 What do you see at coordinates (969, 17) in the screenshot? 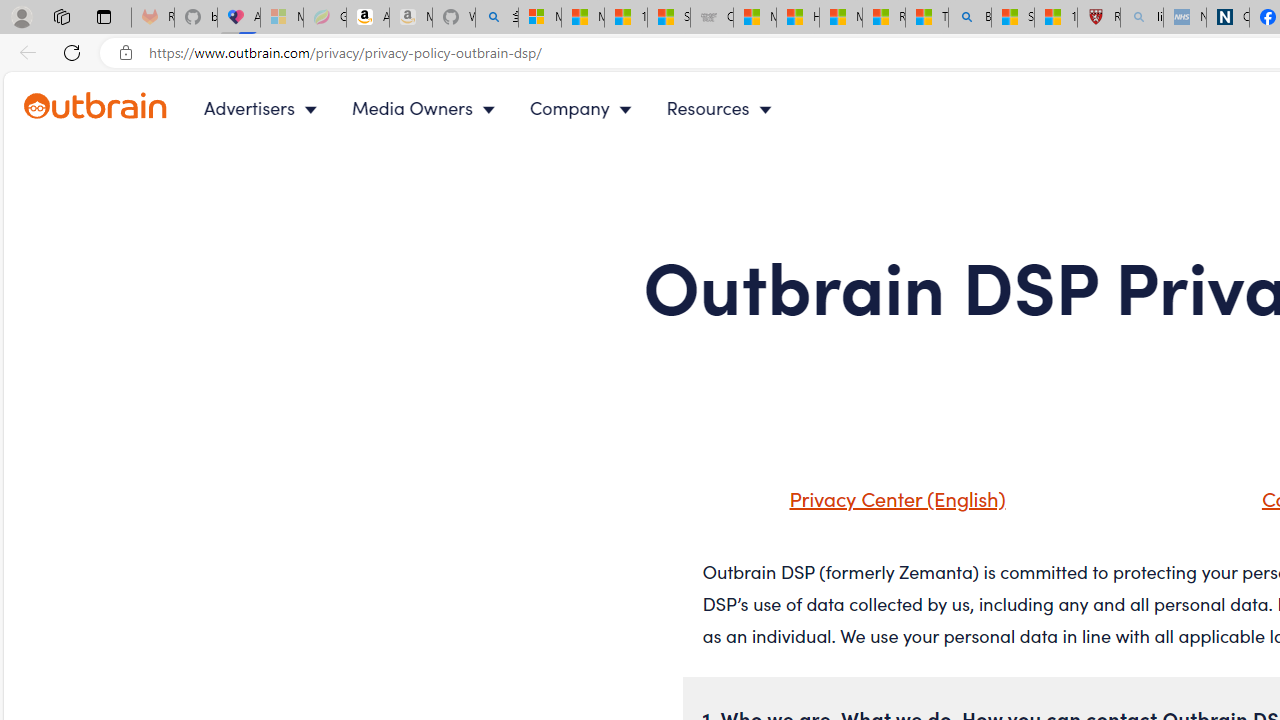
I see `'Bing'` at bounding box center [969, 17].